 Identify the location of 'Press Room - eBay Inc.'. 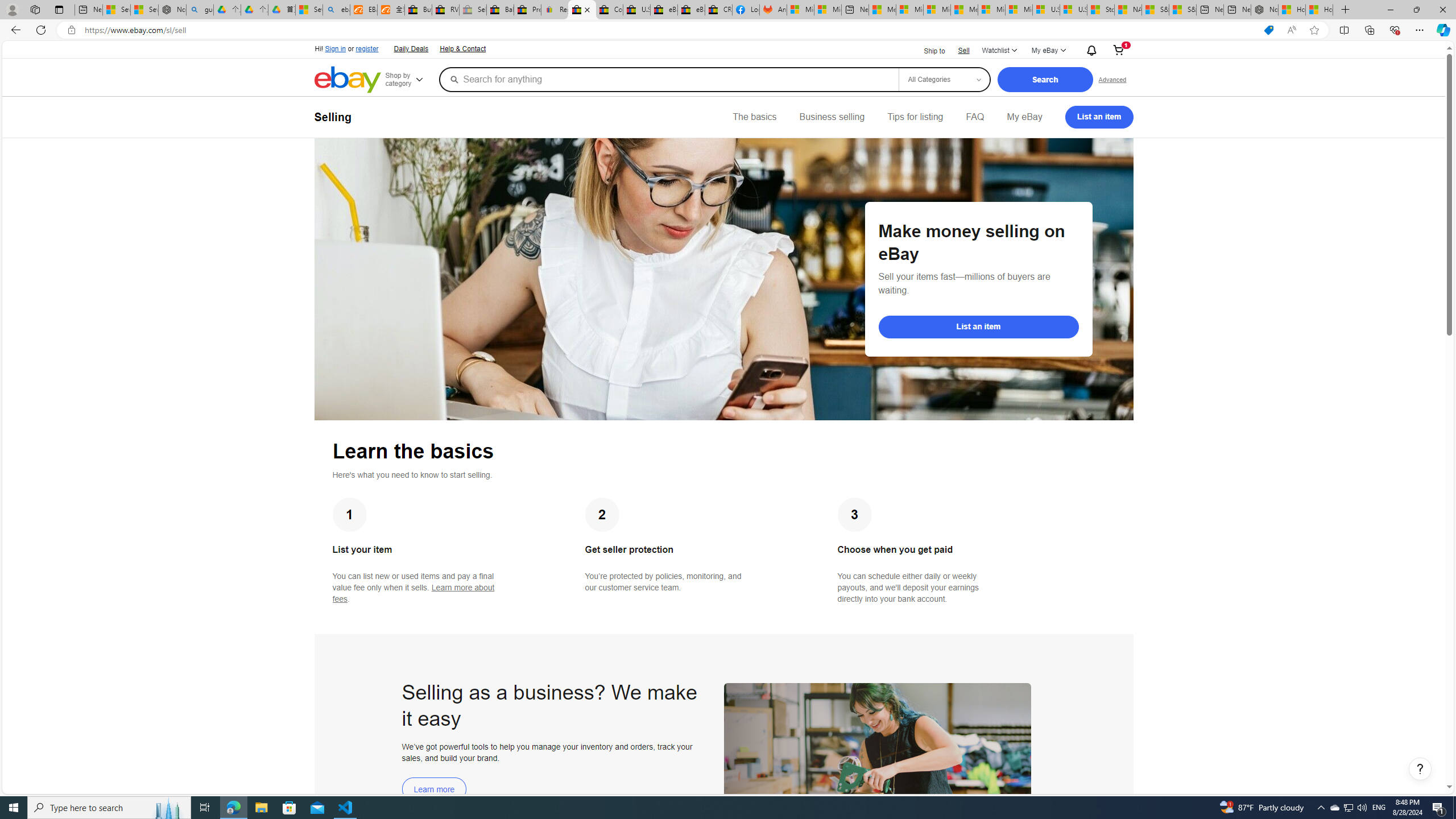
(528, 9).